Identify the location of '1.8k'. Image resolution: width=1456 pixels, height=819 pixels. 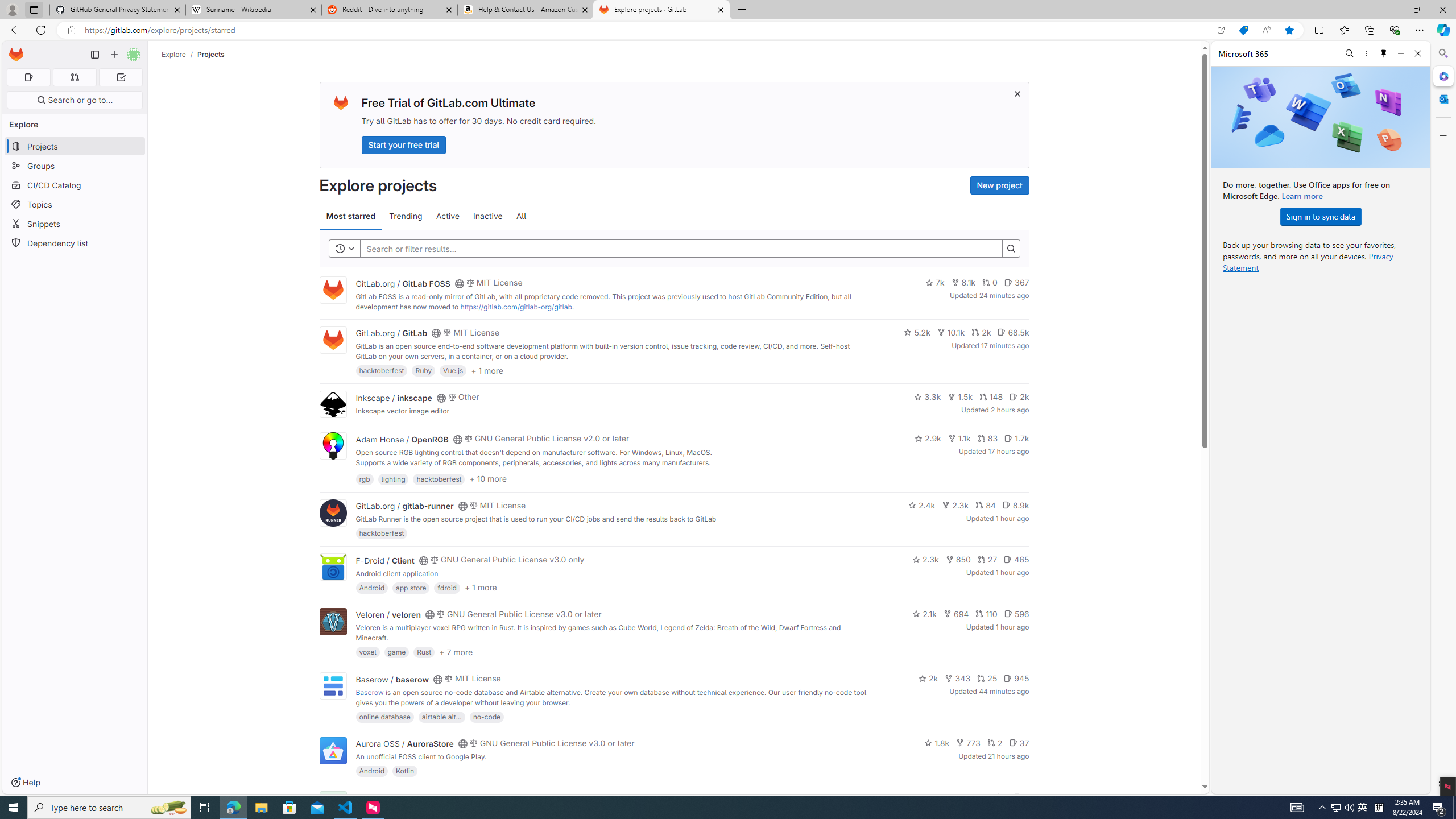
(936, 742).